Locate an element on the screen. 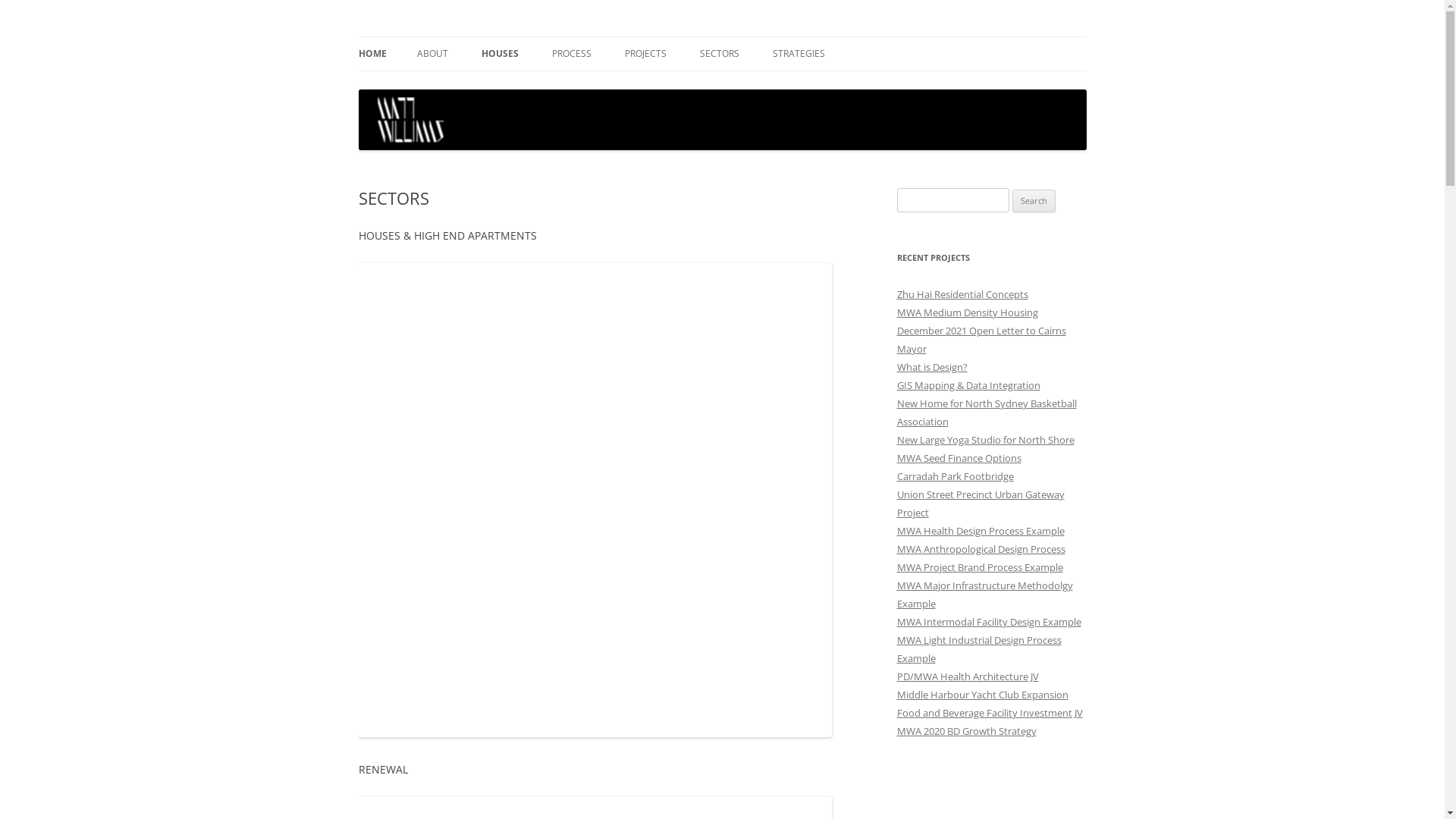 Image resolution: width=1456 pixels, height=819 pixels. 'MWA Intermodal Facility Design Example' is located at coordinates (988, 622).